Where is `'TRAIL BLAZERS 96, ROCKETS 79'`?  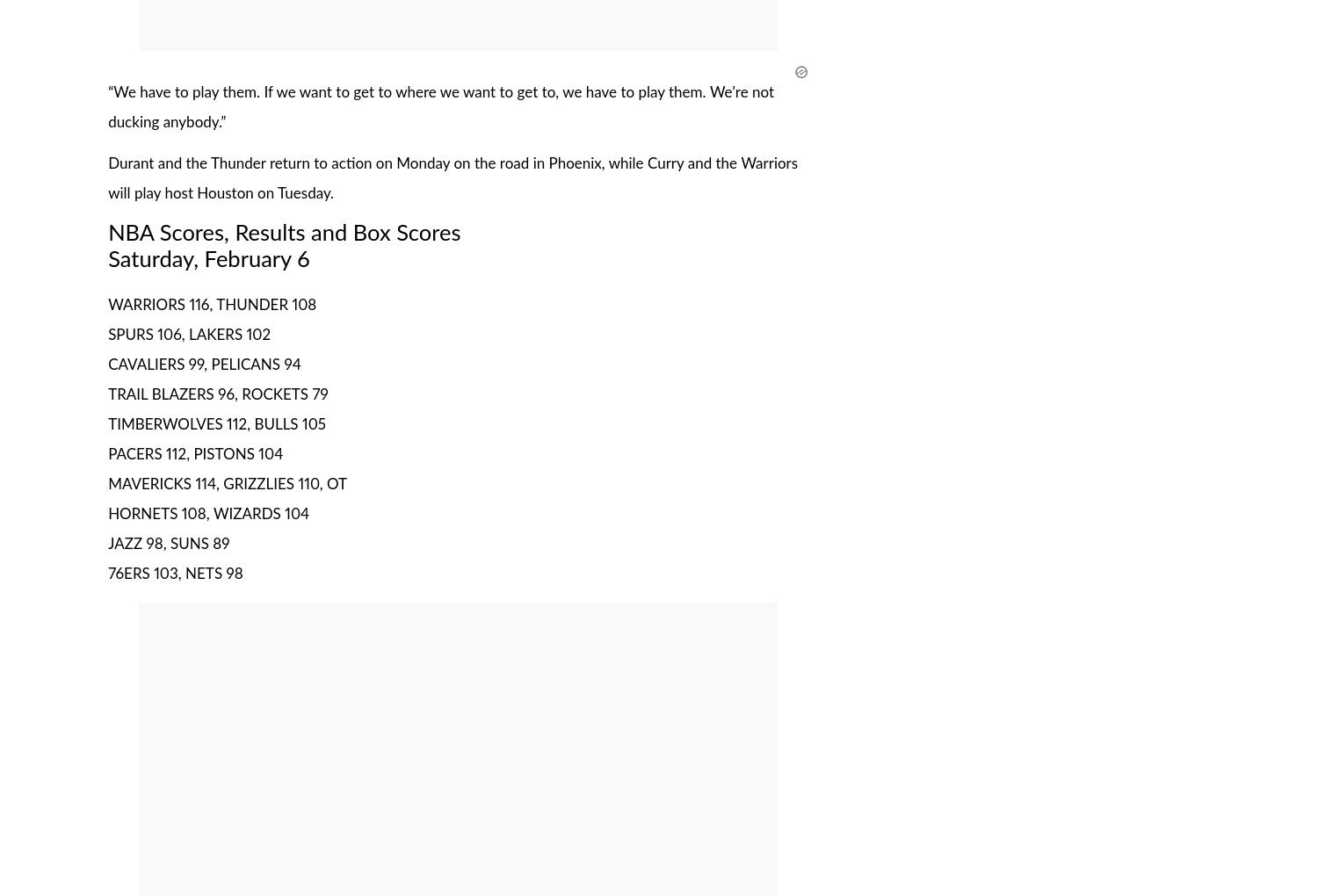
'TRAIL BLAZERS 96, ROCKETS 79' is located at coordinates (216, 394).